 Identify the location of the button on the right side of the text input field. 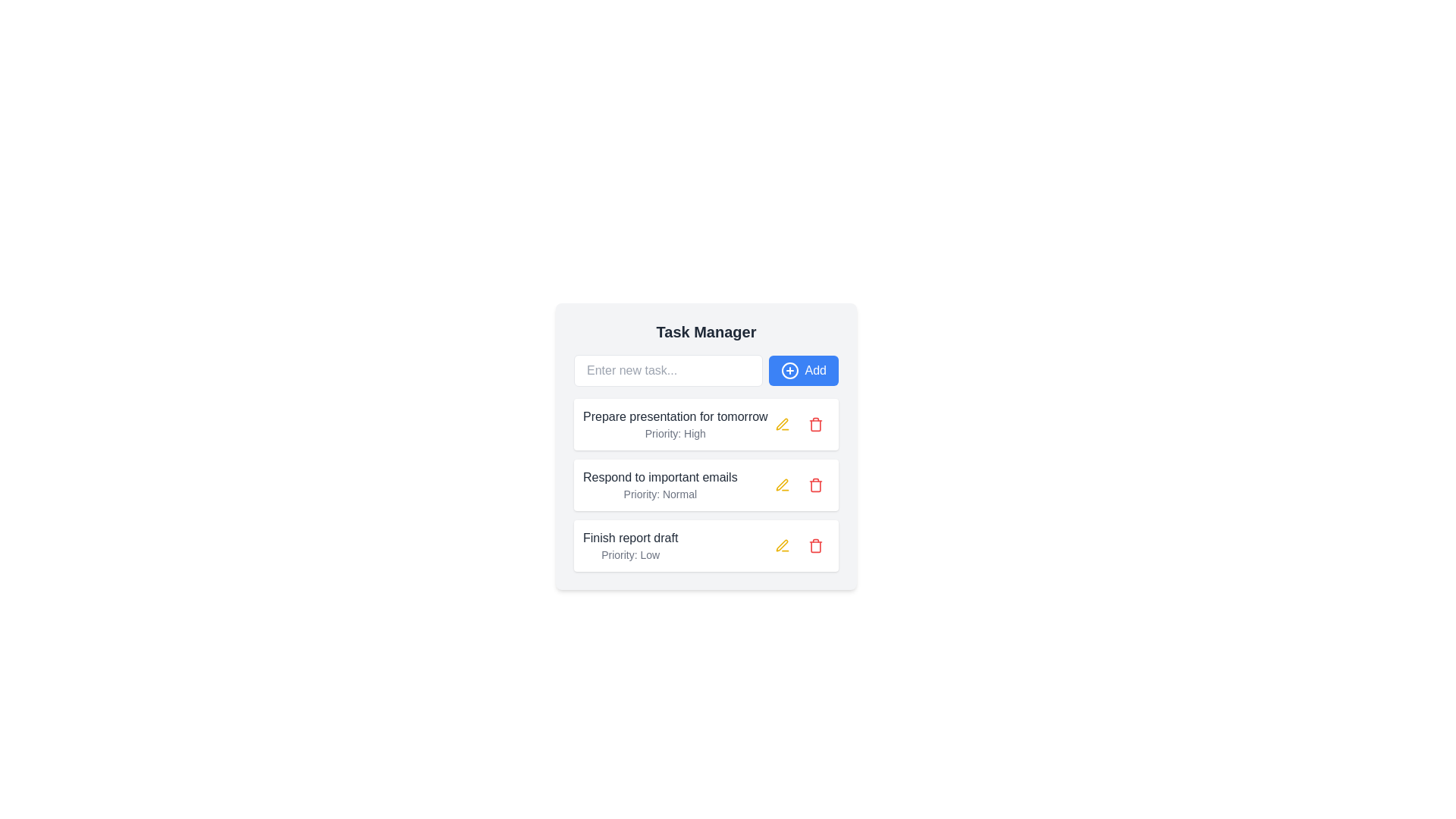
(802, 371).